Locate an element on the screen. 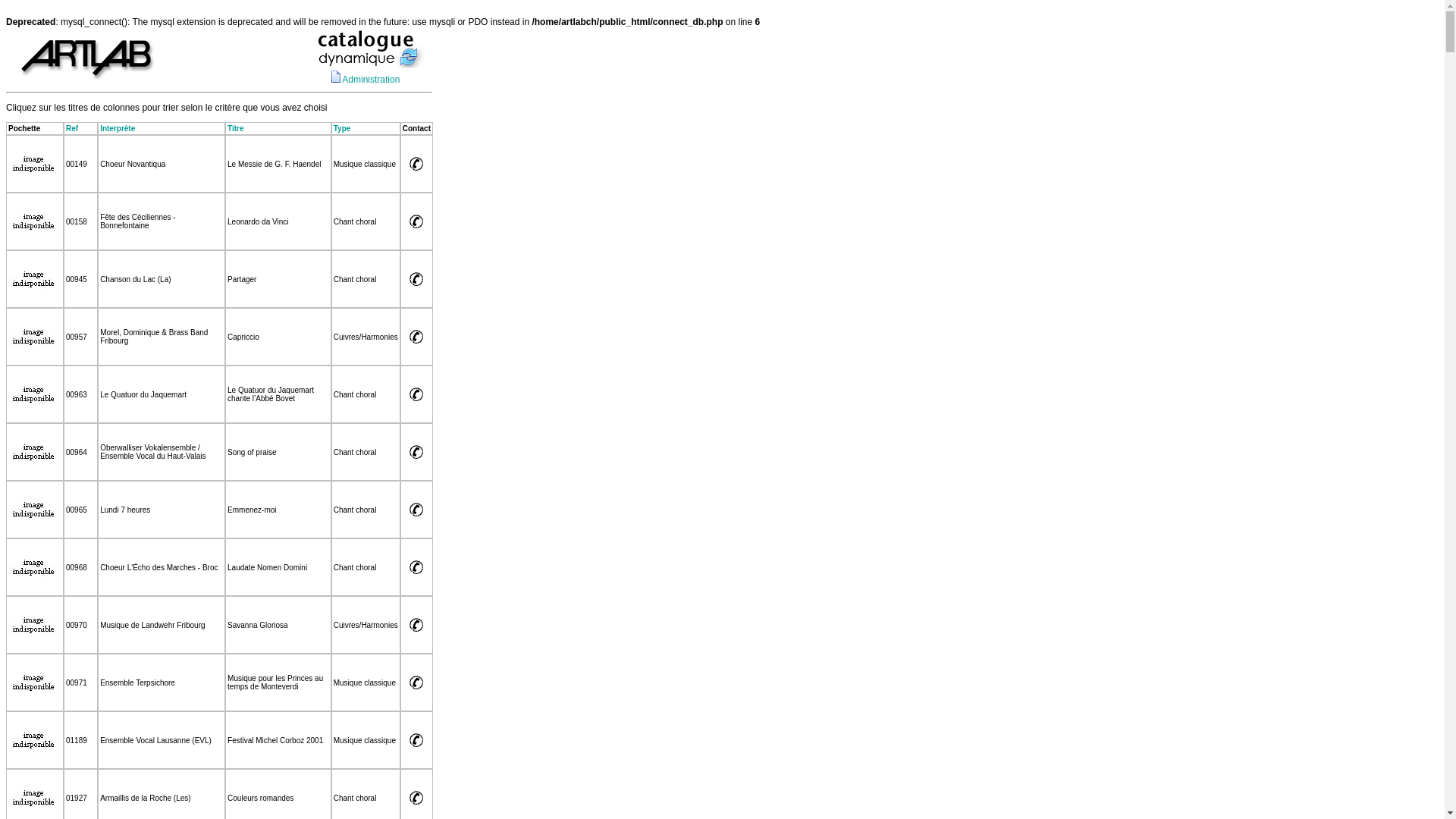  'Administration' is located at coordinates (371, 79).